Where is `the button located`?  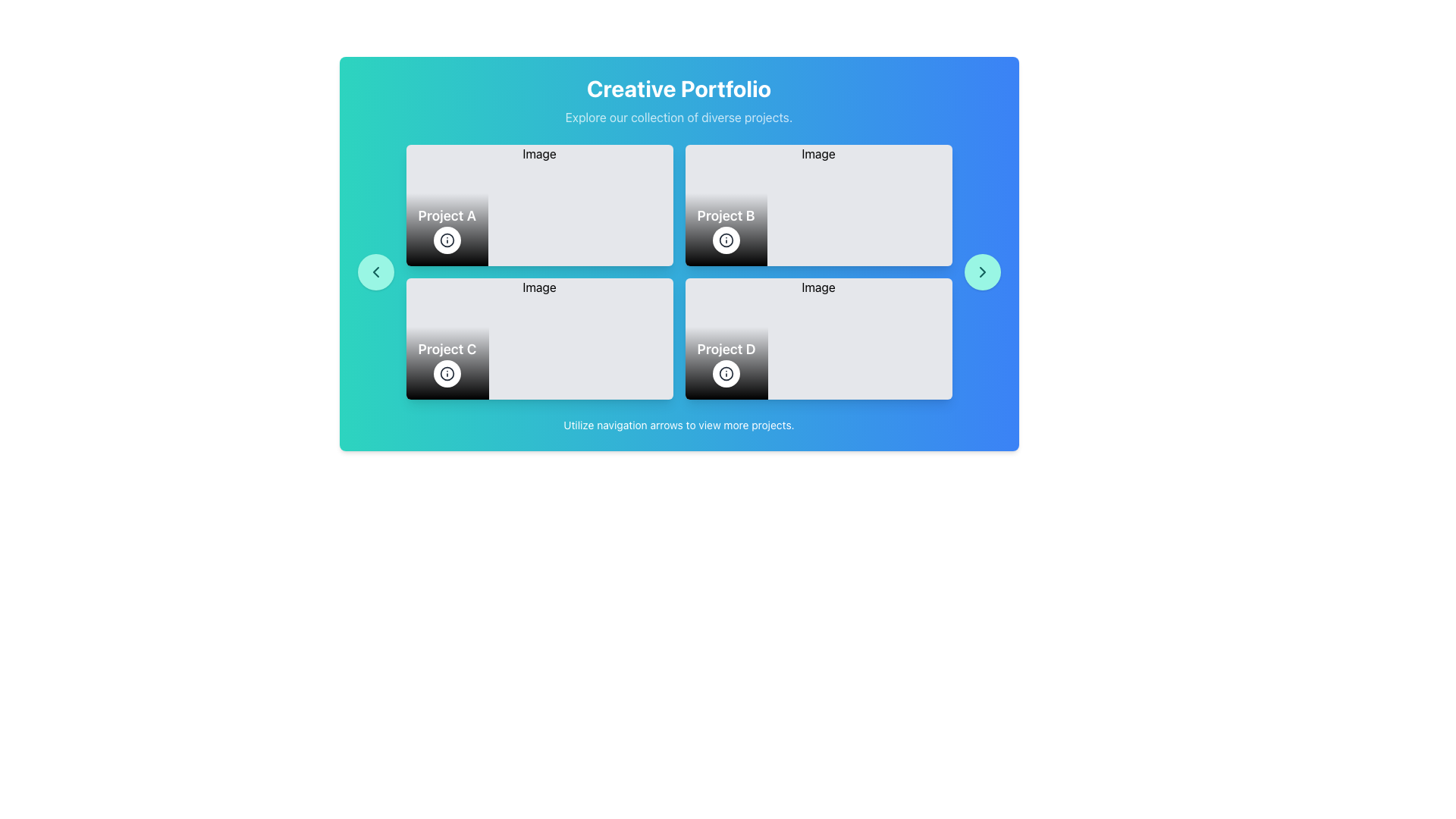
the button located is located at coordinates (725, 239).